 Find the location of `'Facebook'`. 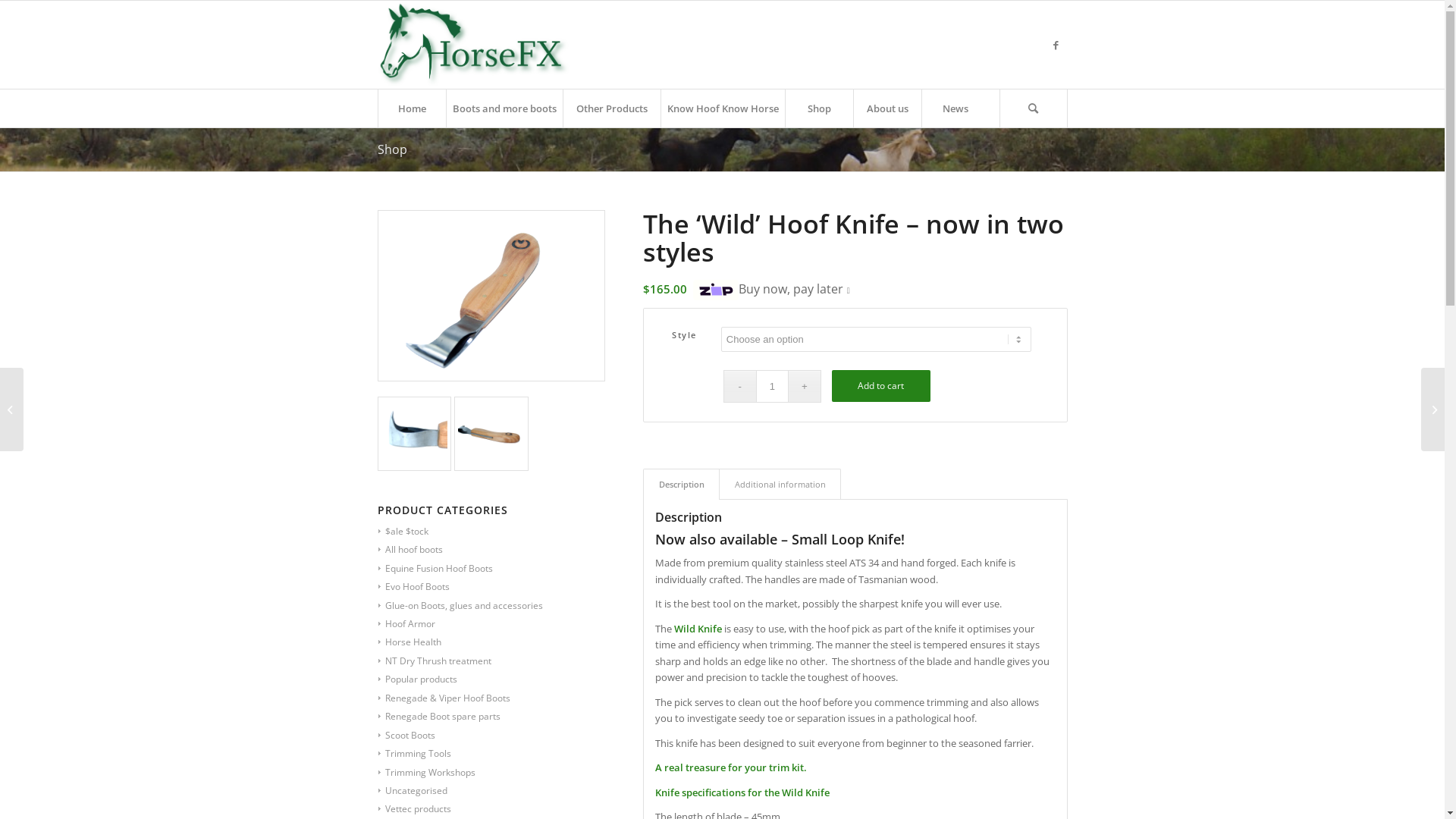

'Facebook' is located at coordinates (1055, 43).